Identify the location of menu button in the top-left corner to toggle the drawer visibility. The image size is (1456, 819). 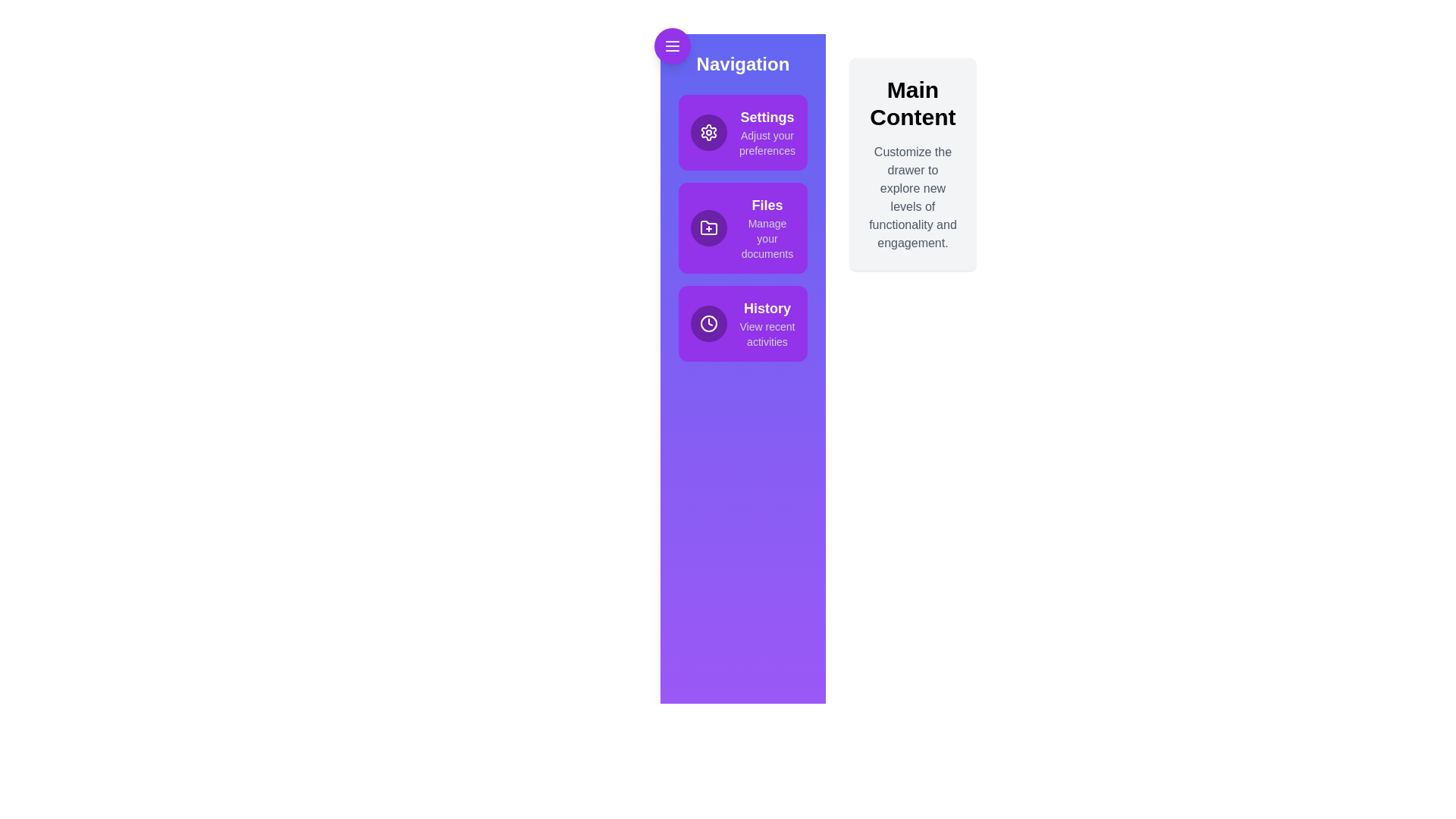
(672, 45).